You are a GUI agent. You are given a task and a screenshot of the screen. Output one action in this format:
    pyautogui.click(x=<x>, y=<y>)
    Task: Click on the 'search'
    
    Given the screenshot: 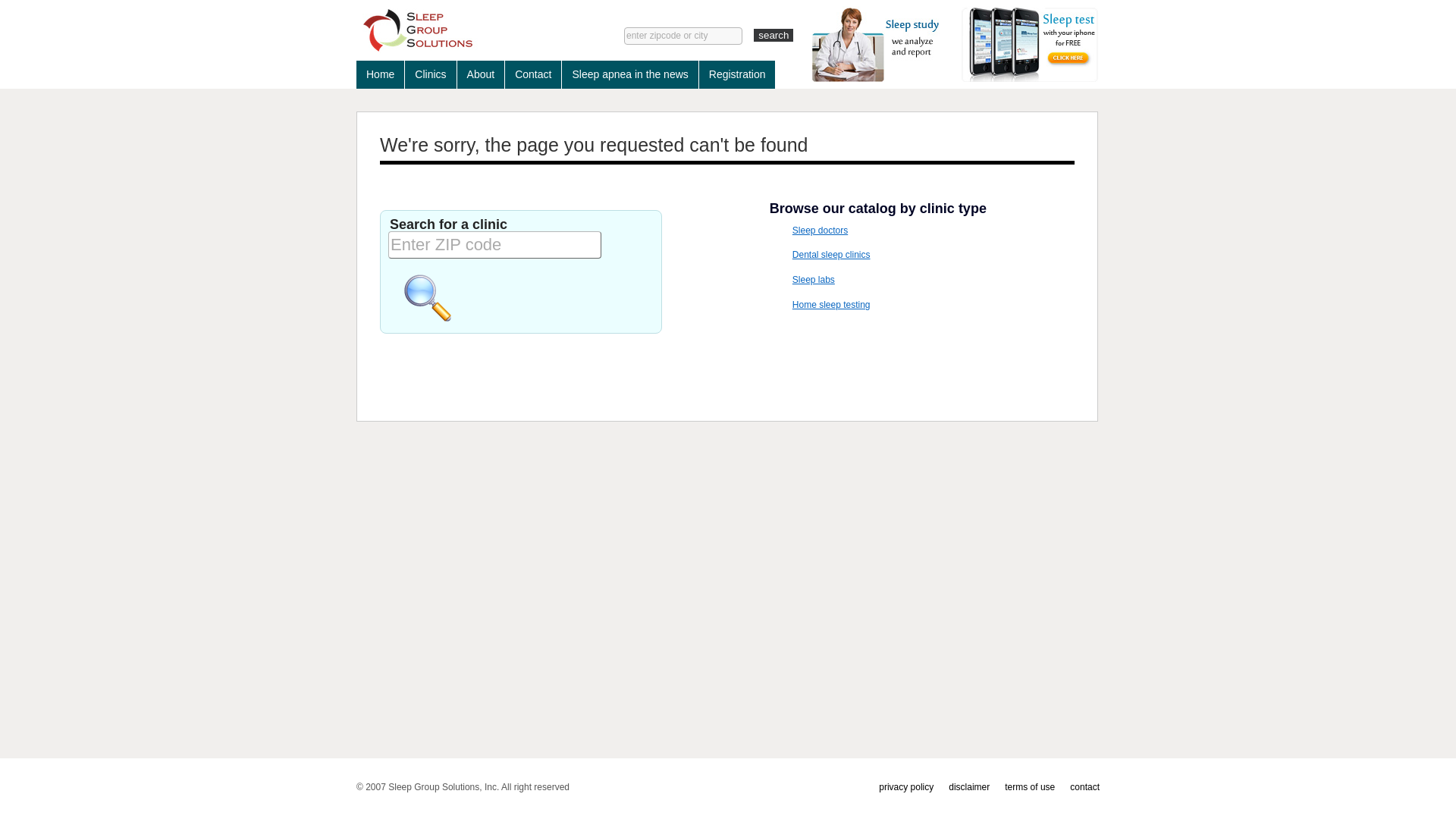 What is the action you would take?
    pyautogui.click(x=773, y=34)
    